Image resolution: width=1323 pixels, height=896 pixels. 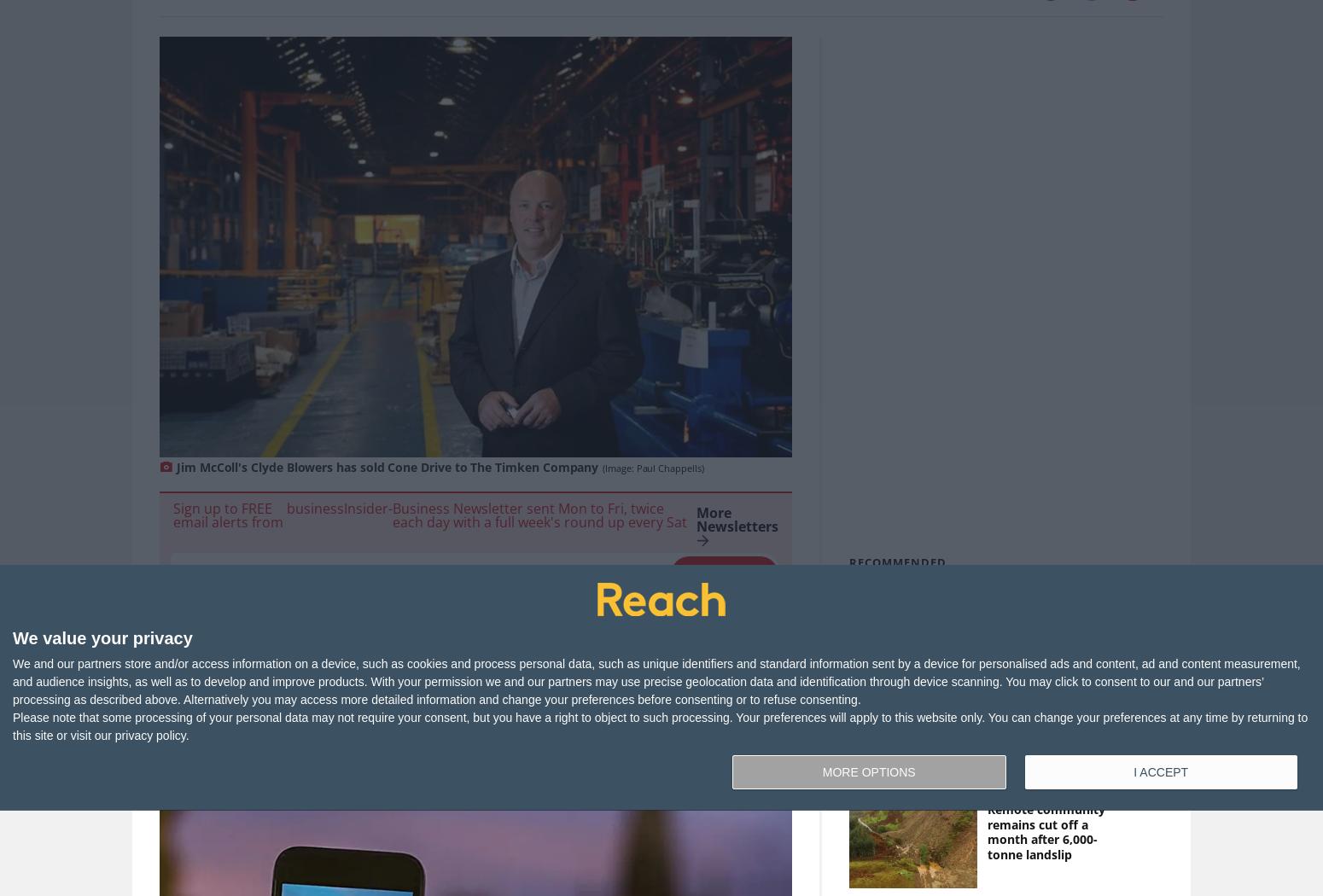 I want to click on 'You can find this story in', so click(x=608, y=720).